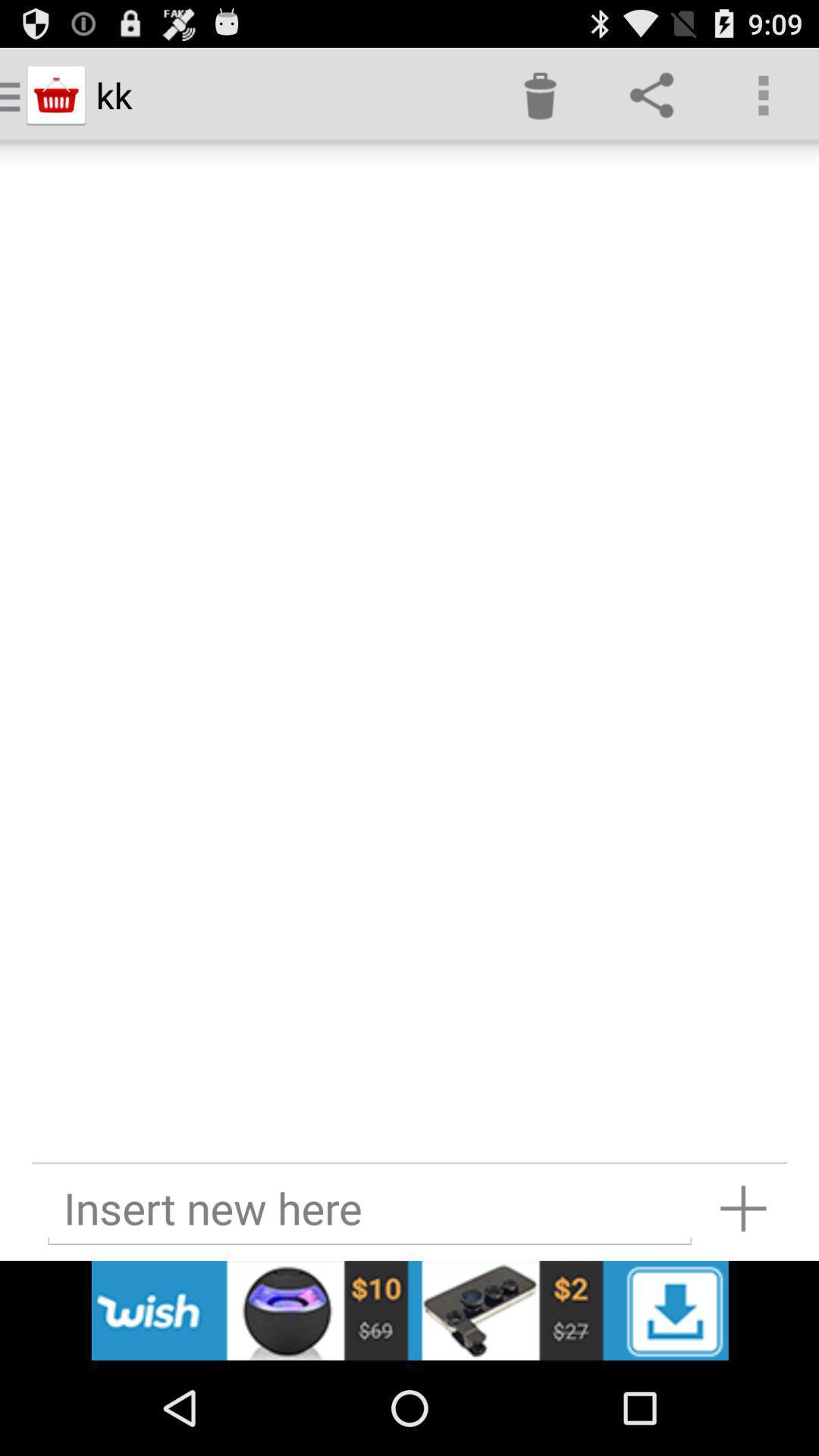 Image resolution: width=819 pixels, height=1456 pixels. Describe the element at coordinates (369, 1207) in the screenshot. I see `type box` at that location.